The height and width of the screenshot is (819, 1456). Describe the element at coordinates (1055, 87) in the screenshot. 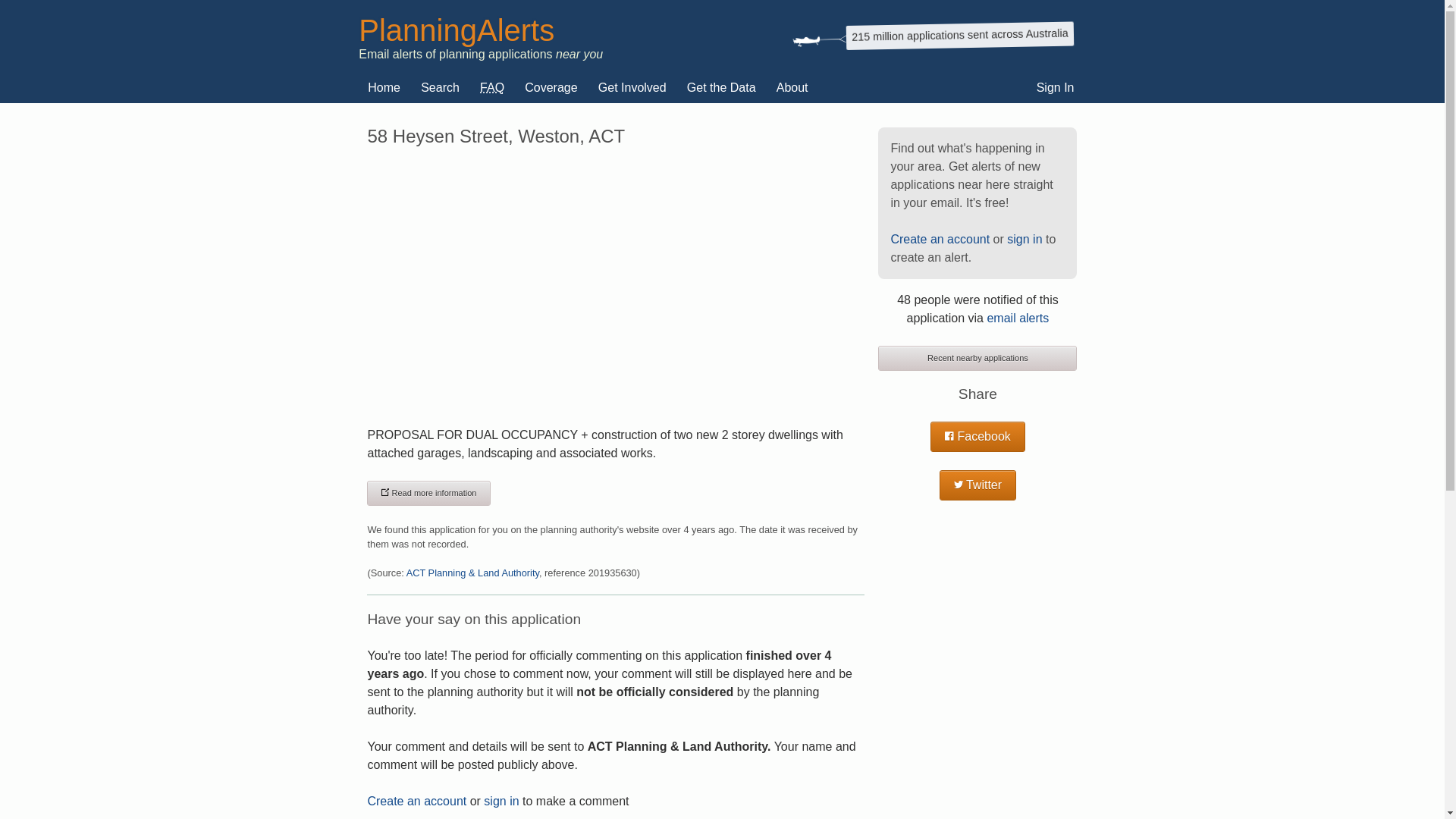

I see `'Sign In'` at that location.